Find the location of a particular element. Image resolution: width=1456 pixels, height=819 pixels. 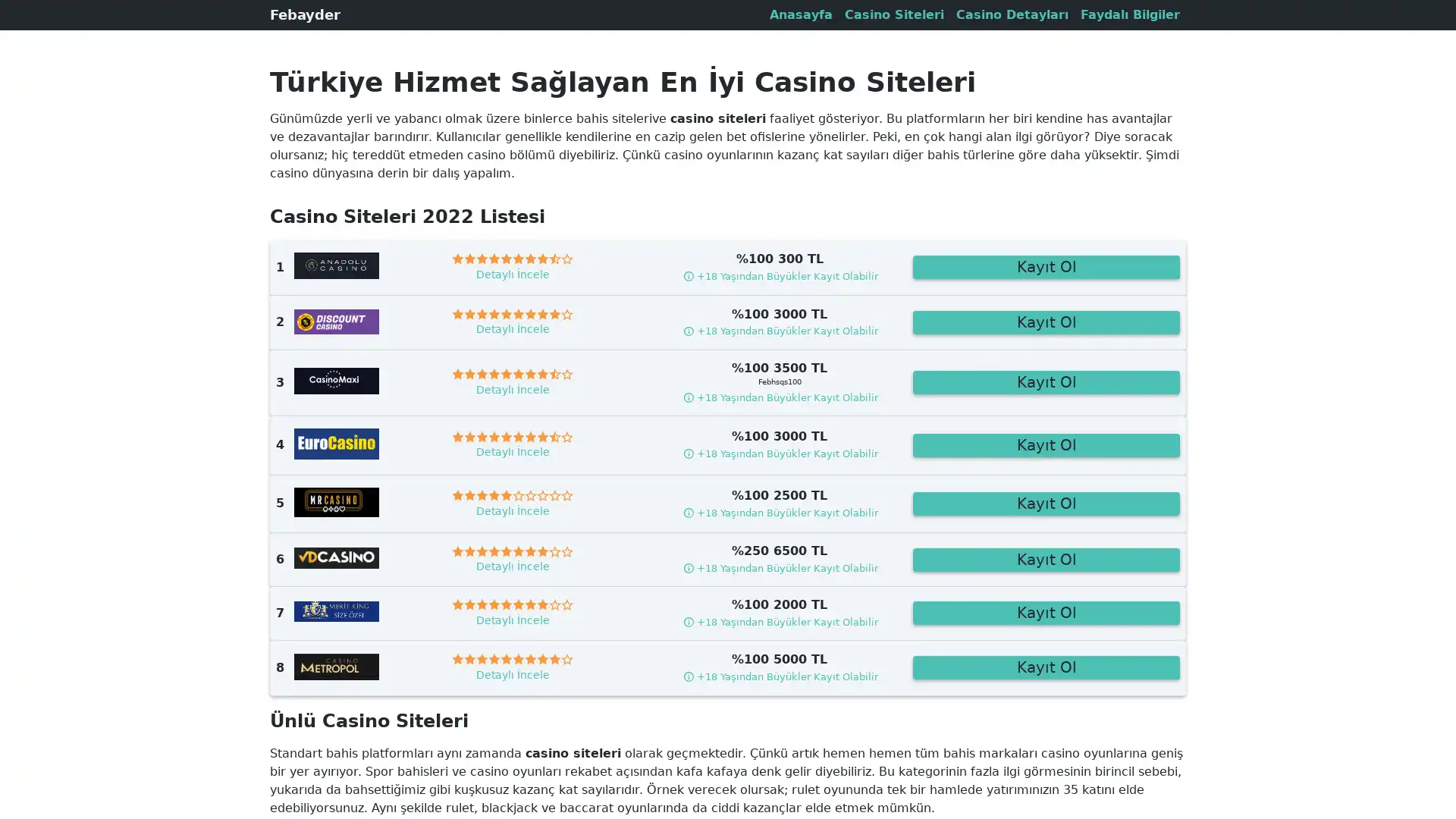

Load terms and conditions is located at coordinates (779, 568).